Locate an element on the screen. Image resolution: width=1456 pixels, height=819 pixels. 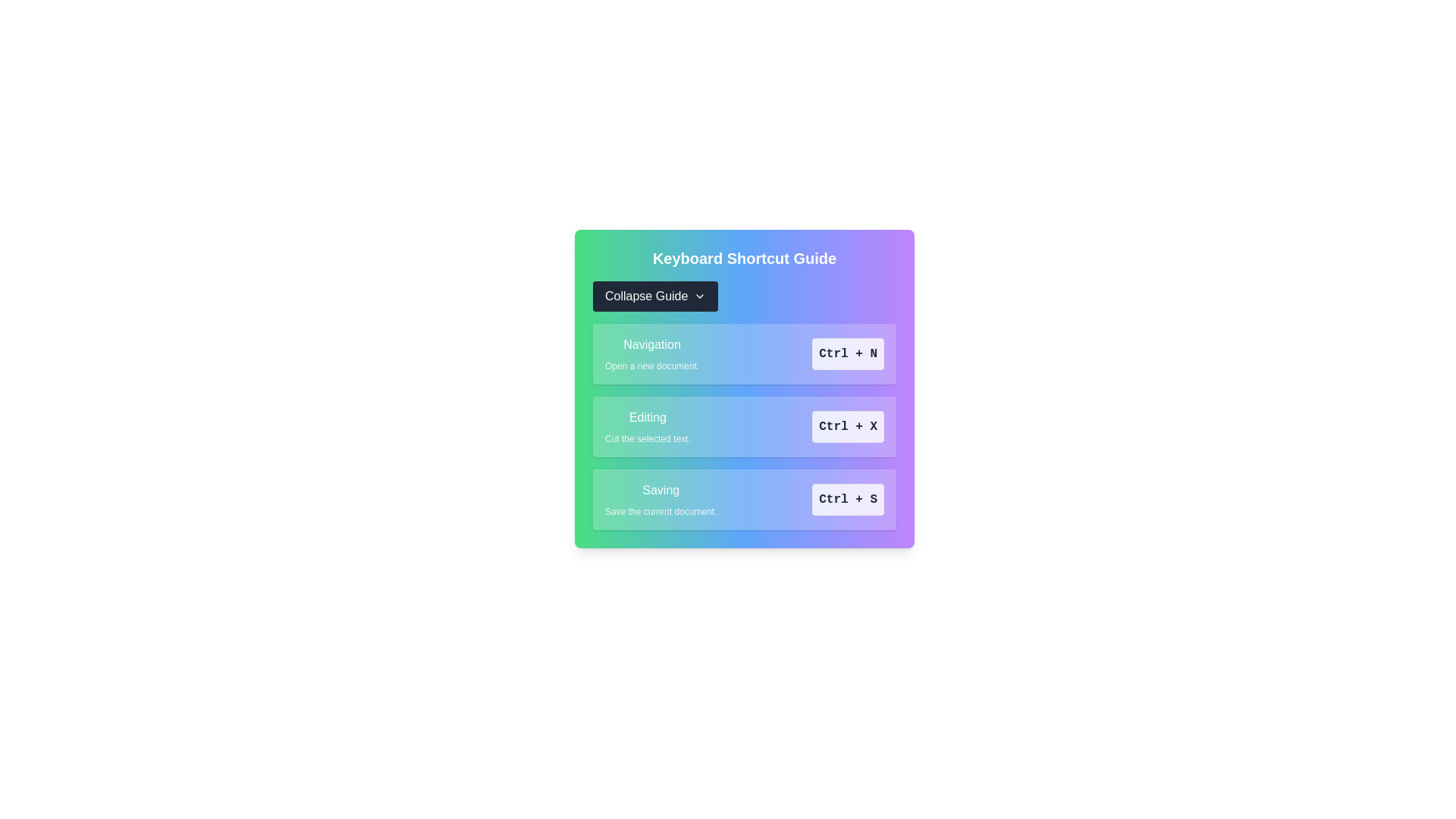
the informational text that describes the functionality of saving a document, located below the 'Saving' label in the lower section of the interface is located at coordinates (661, 512).